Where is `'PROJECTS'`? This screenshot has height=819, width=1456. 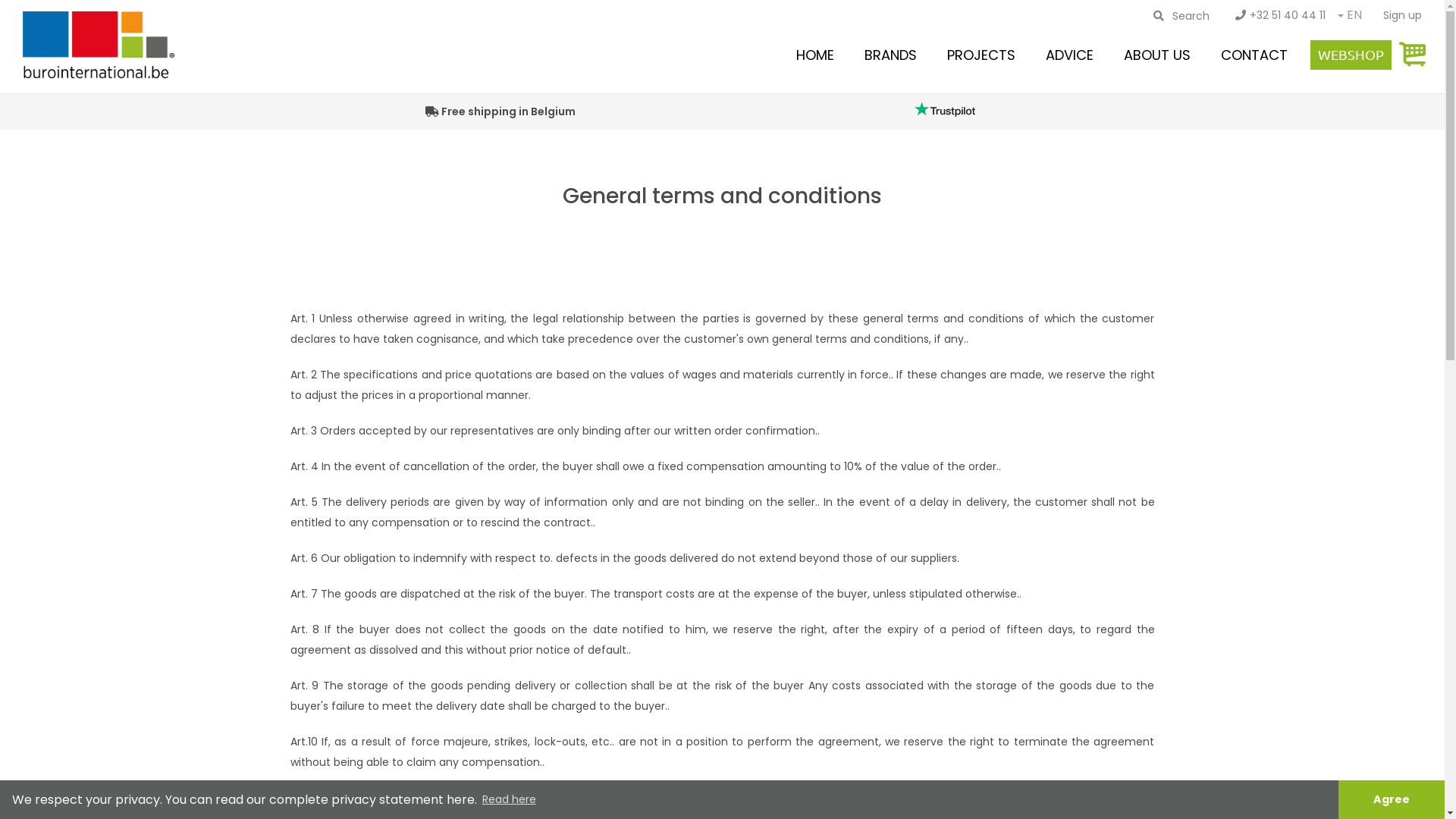 'PROJECTS' is located at coordinates (981, 54).